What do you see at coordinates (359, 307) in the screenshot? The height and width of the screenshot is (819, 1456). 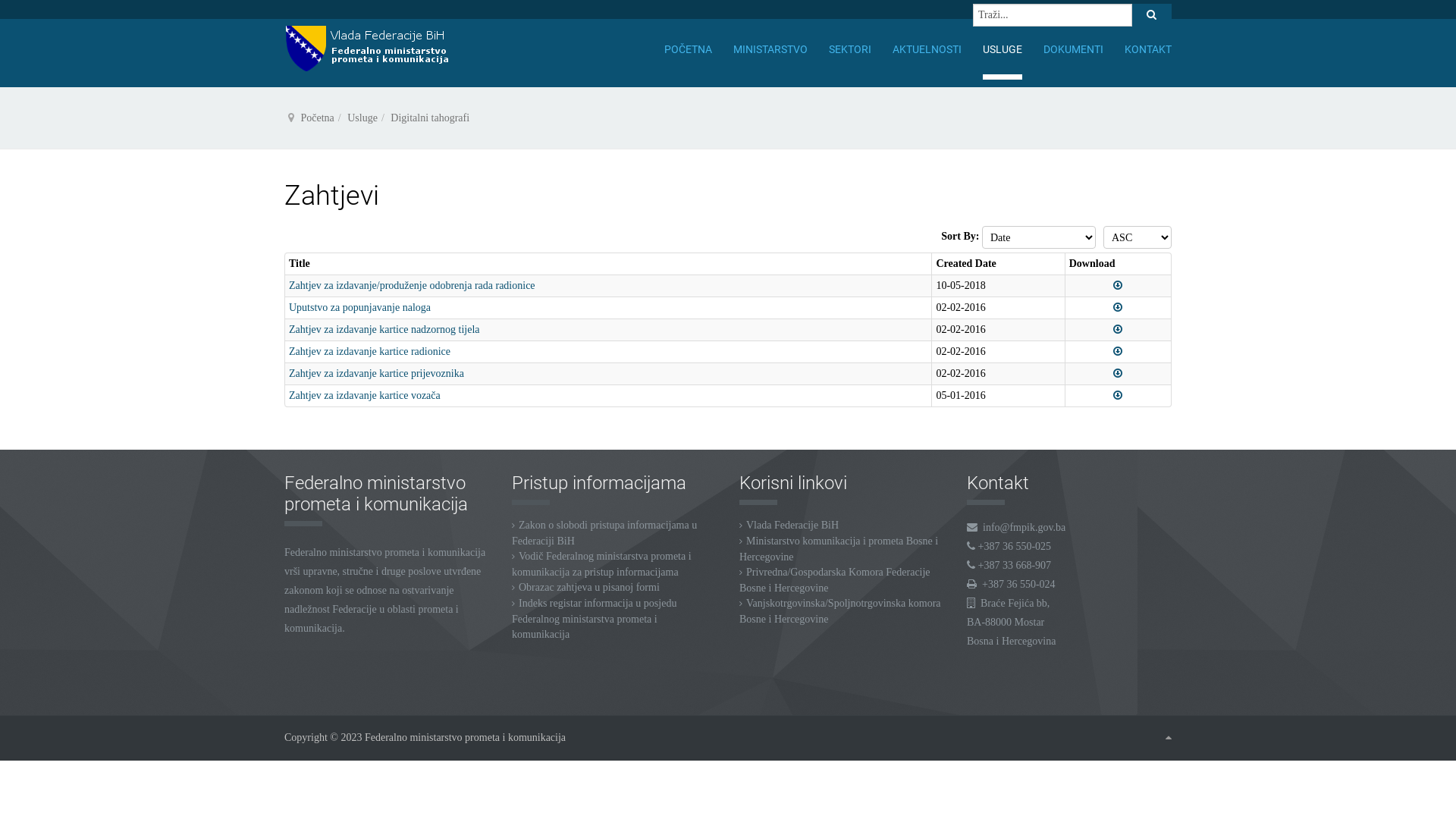 I see `'Uputstvo za popunjavanje naloga'` at bounding box center [359, 307].